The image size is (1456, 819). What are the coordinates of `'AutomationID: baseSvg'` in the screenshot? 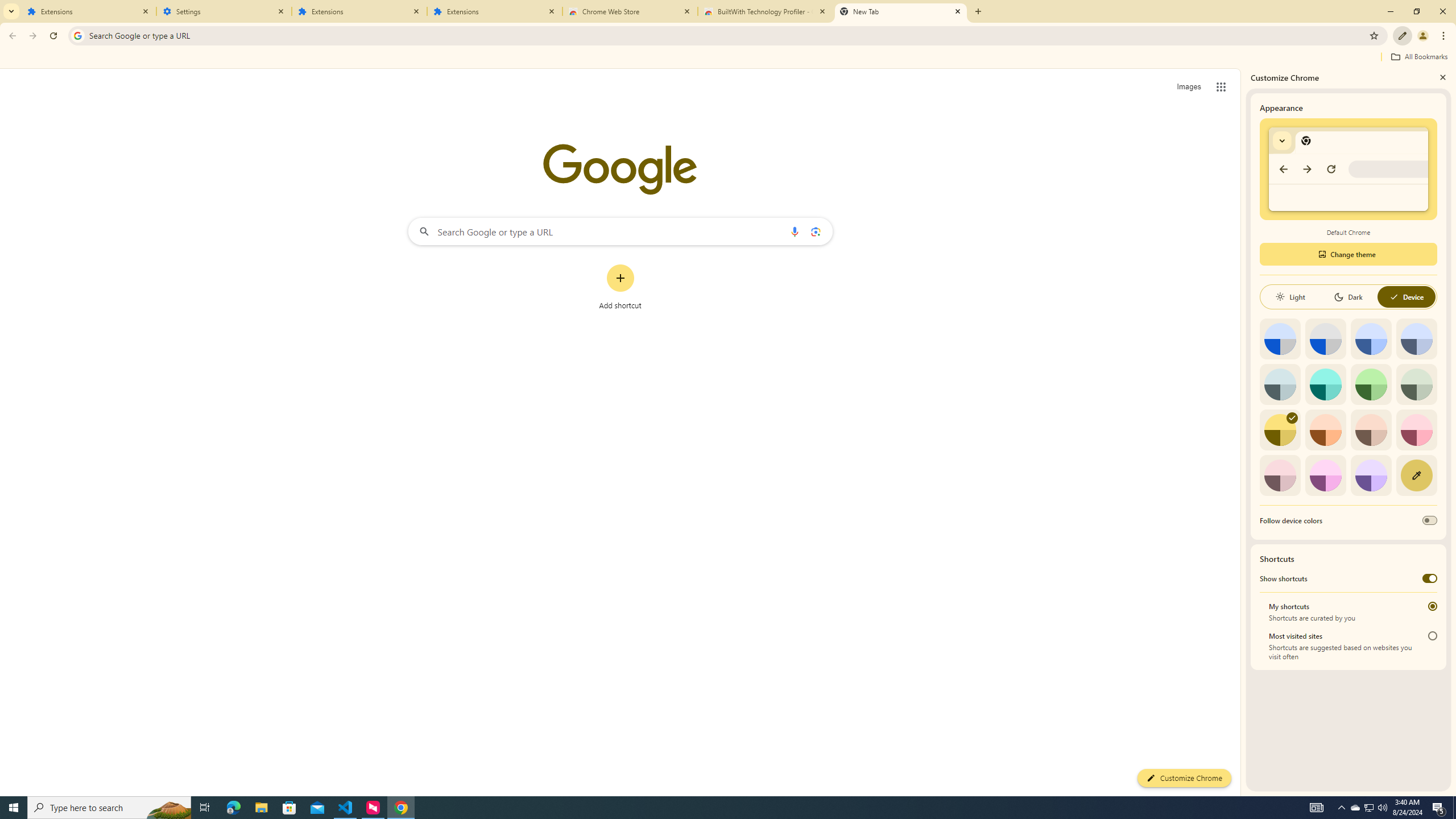 It's located at (1393, 296).